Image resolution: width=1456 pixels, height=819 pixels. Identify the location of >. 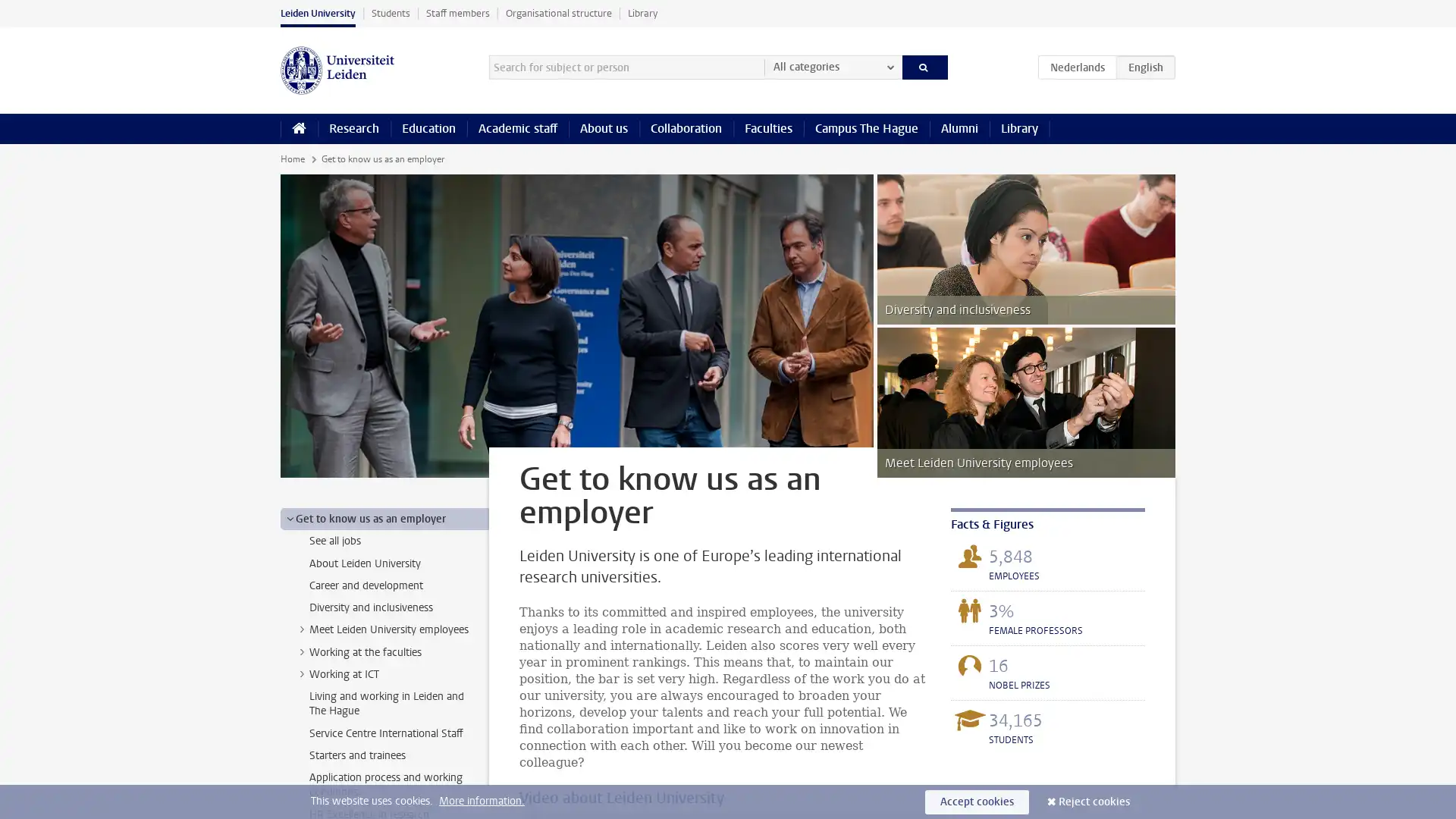
(302, 629).